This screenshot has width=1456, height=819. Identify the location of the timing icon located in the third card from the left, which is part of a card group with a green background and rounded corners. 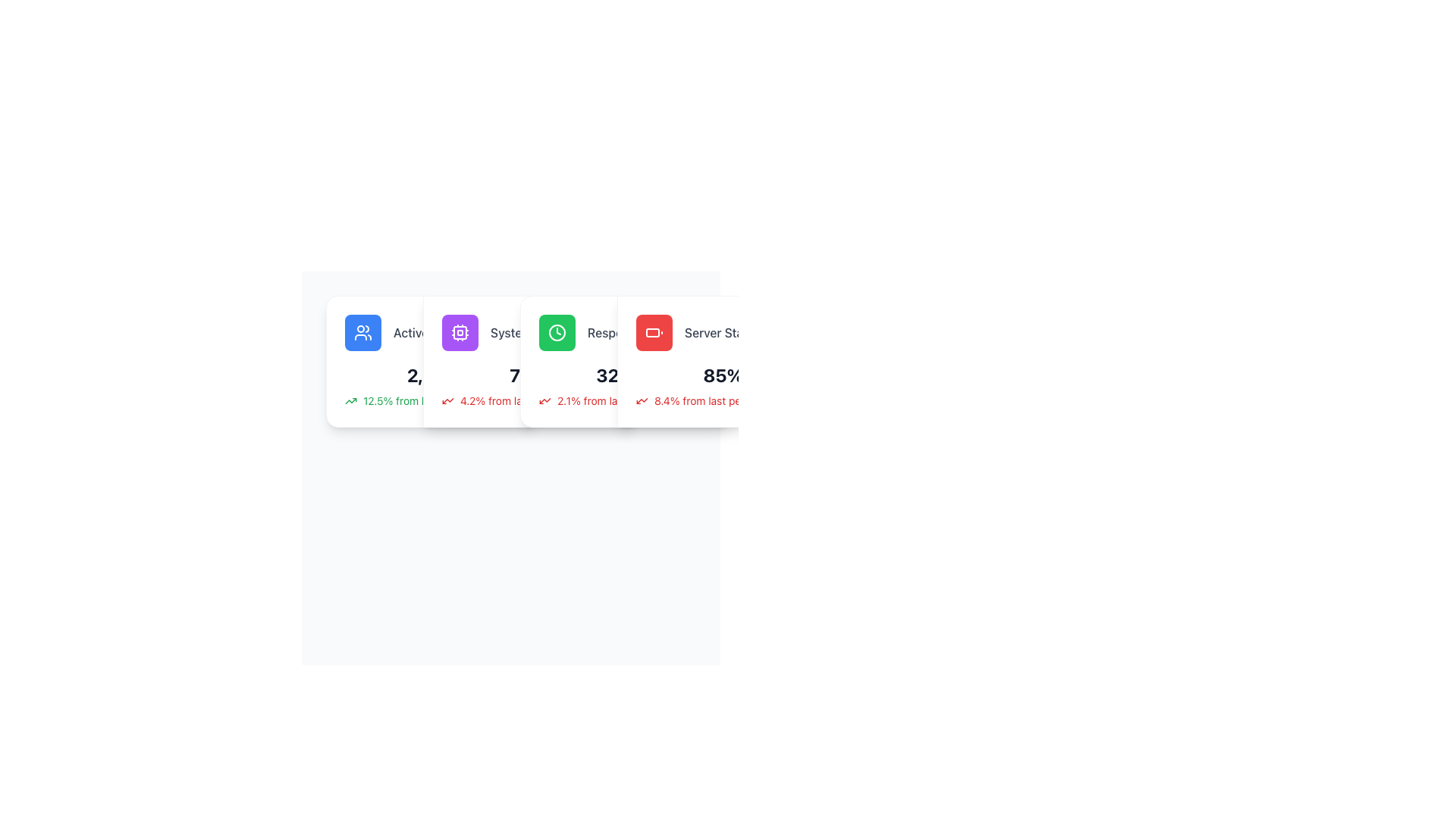
(556, 332).